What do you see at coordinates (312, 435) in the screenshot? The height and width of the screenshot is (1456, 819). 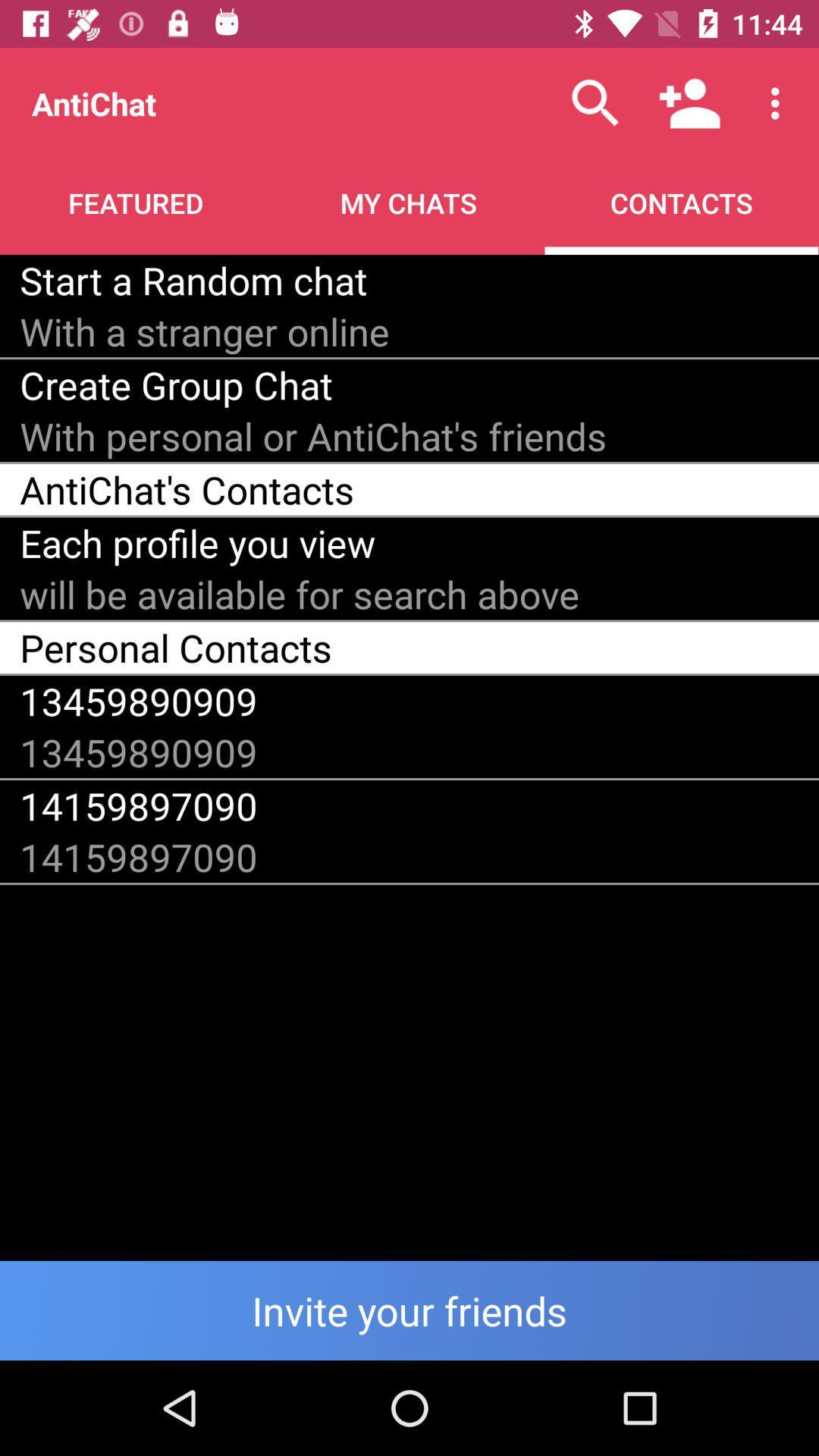 I see `icon below the create group chat` at bounding box center [312, 435].